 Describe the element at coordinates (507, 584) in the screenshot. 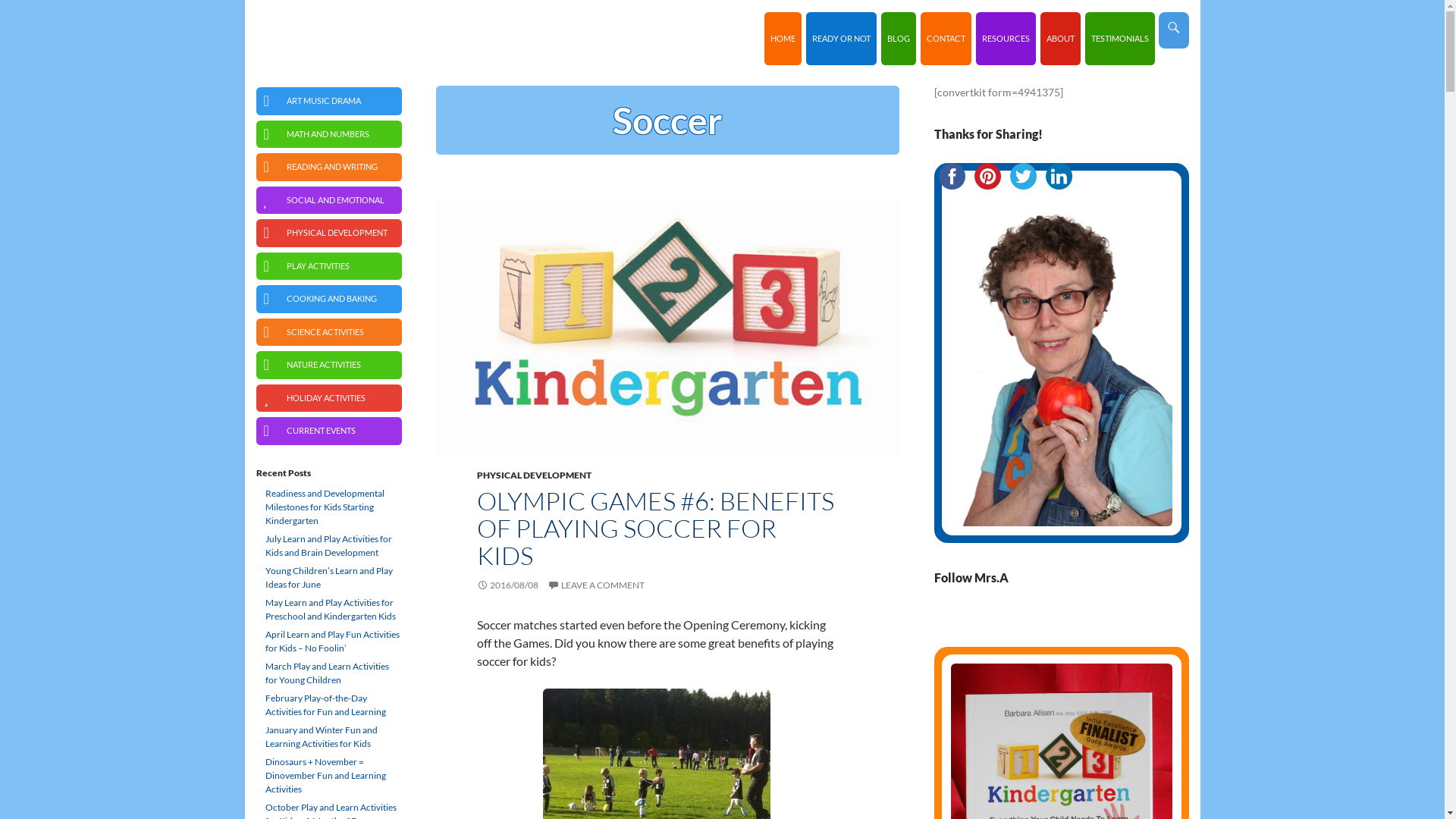

I see `'2016/08/08'` at that location.